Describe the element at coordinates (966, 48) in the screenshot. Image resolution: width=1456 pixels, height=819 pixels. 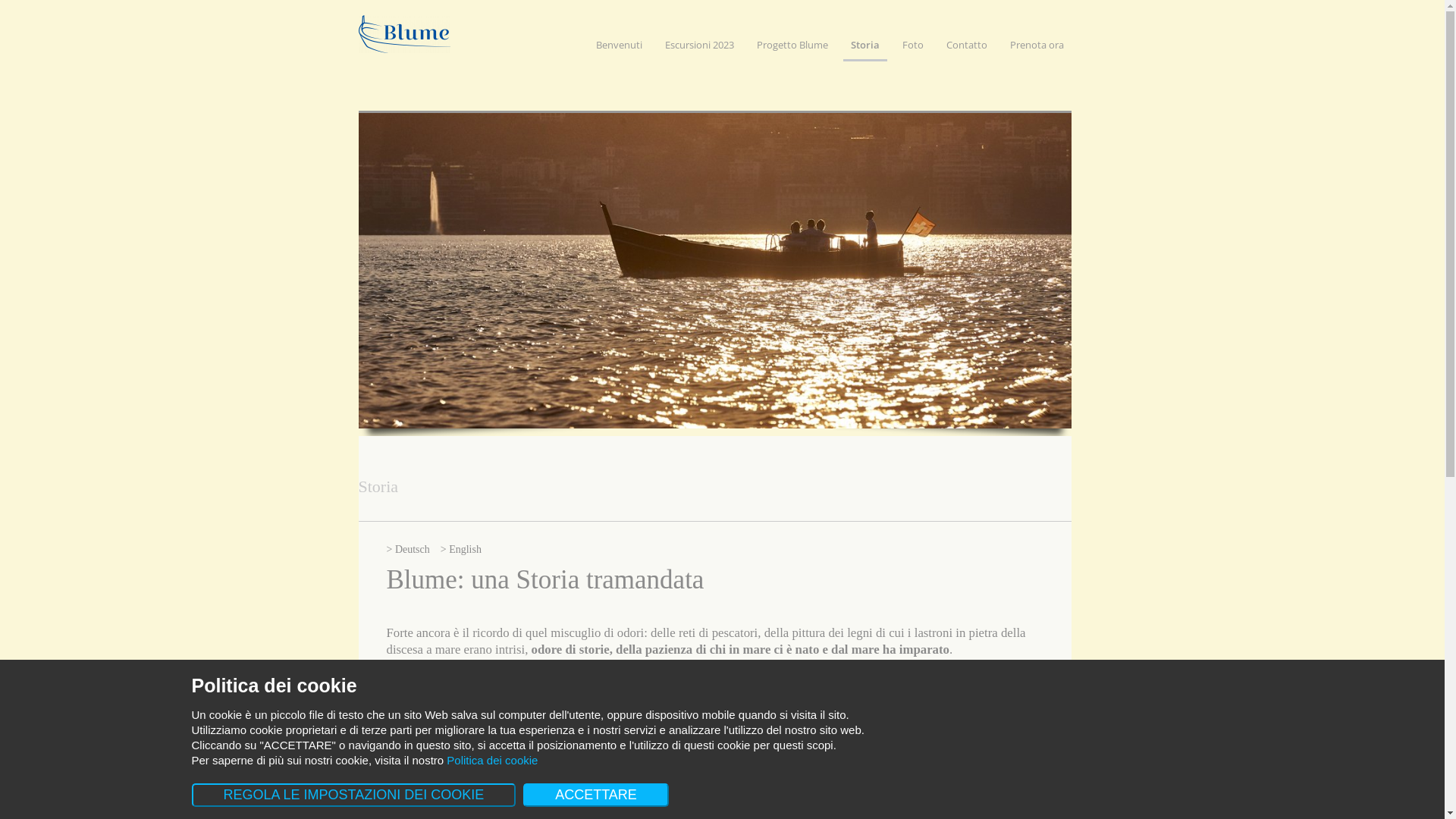
I see `'Contatto'` at that location.